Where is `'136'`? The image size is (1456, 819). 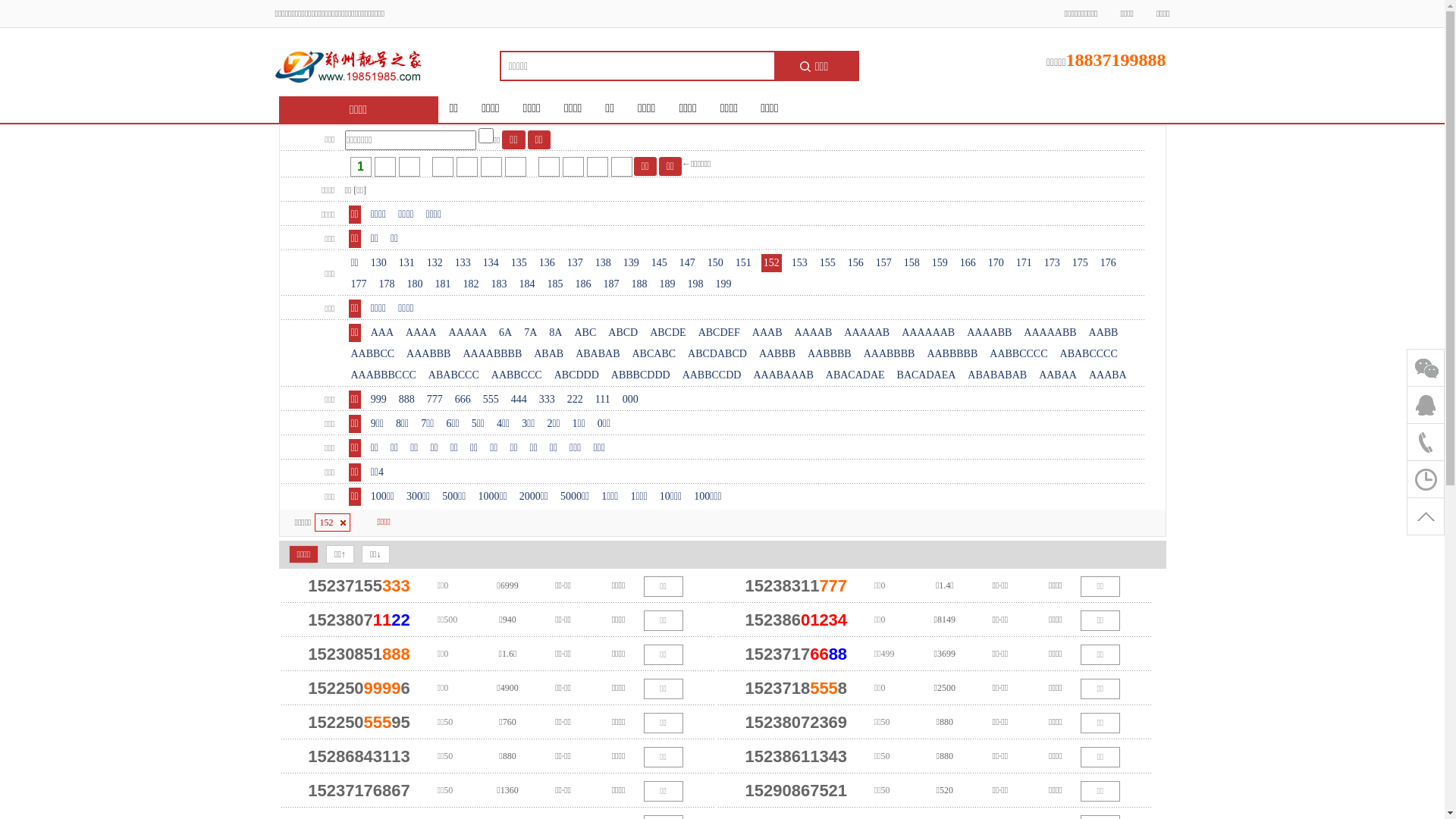 '136' is located at coordinates (546, 262).